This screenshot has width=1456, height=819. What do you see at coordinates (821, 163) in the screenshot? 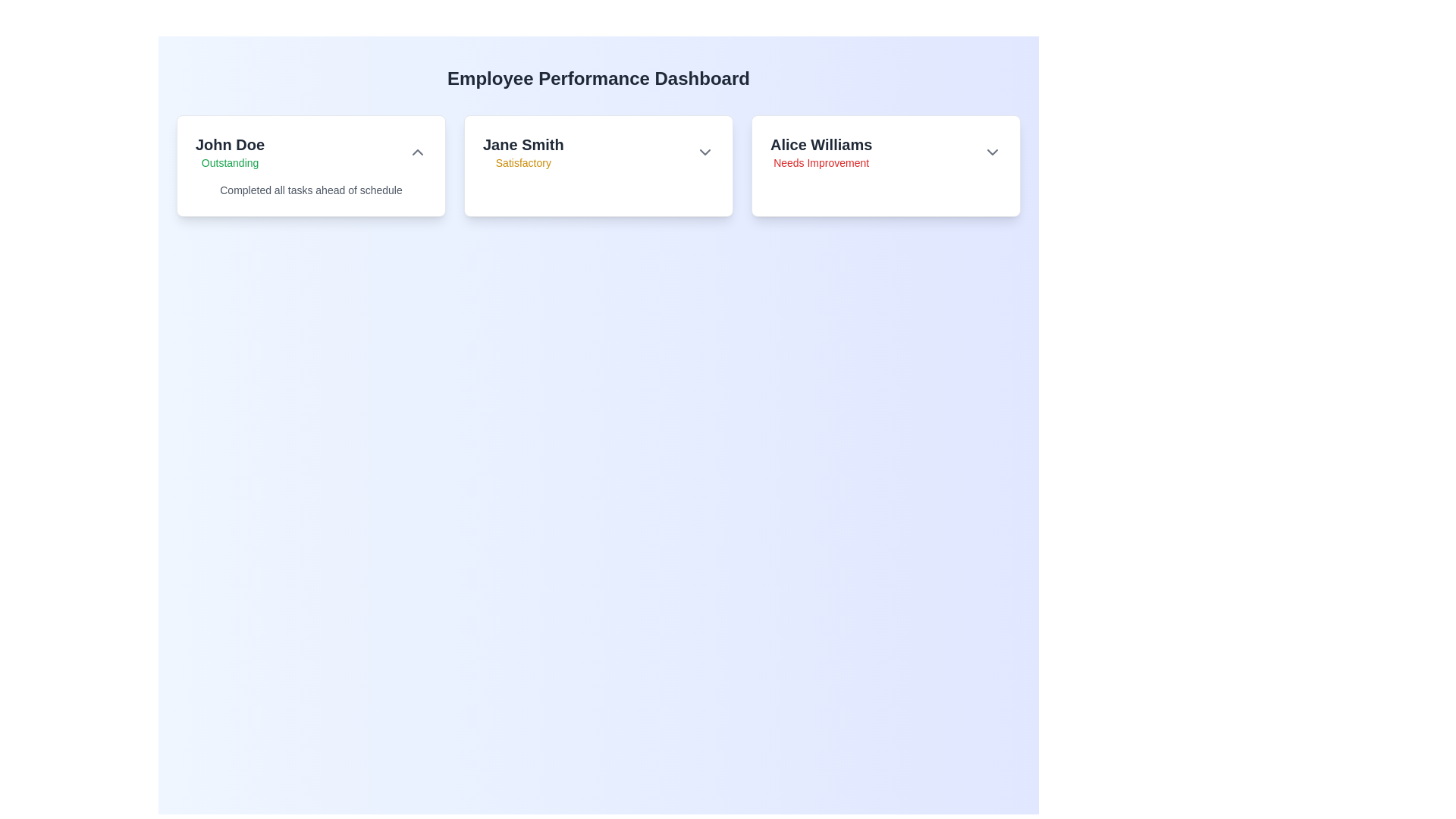
I see `the performance status text label indicating the evaluation of 'Alice Williams', located directly below the name in the right-most performance card on the dashboard` at bounding box center [821, 163].